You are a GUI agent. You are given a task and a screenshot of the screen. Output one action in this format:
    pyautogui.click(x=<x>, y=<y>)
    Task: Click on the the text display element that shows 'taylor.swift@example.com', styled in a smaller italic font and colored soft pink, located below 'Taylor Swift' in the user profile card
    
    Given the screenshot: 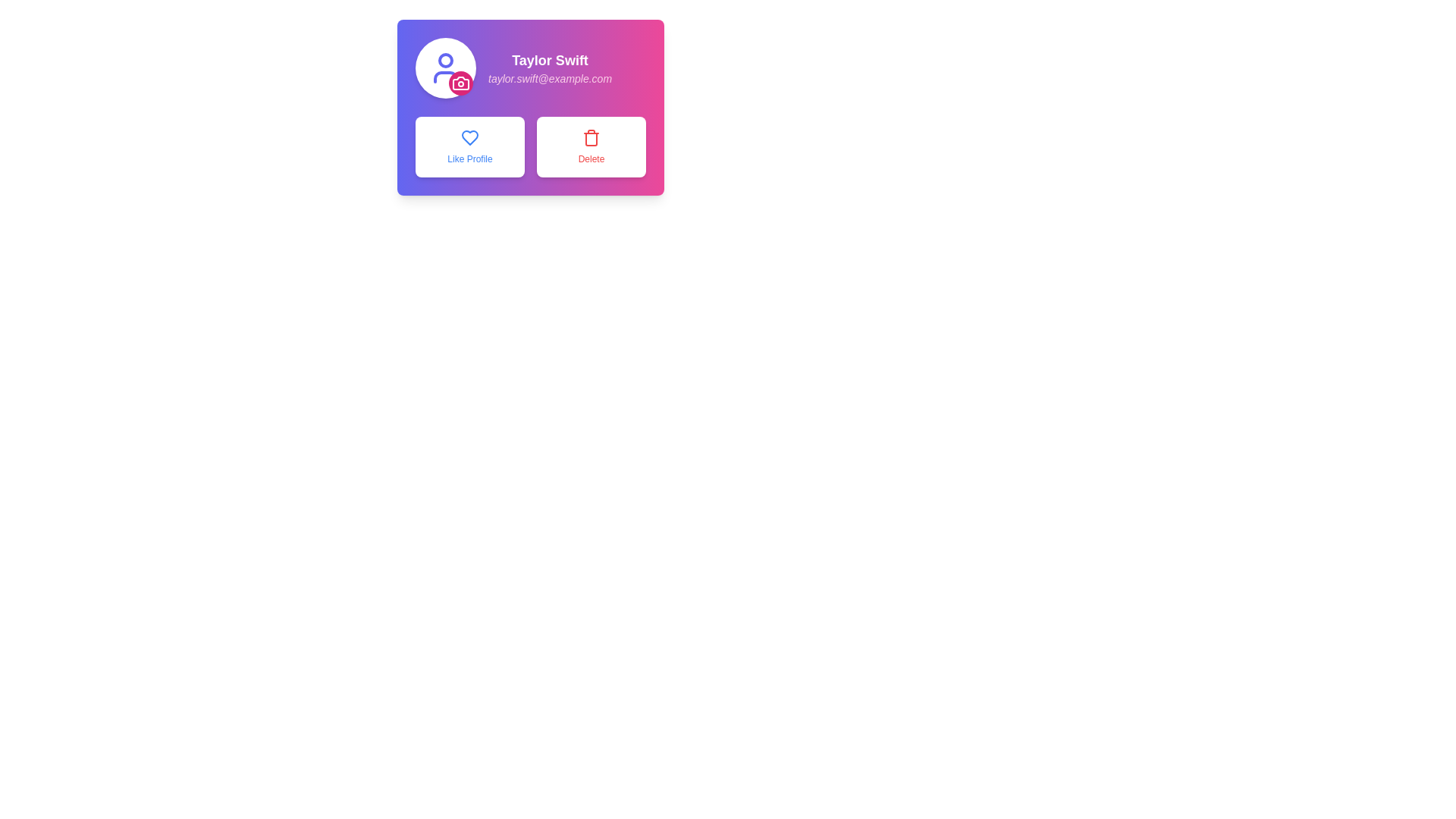 What is the action you would take?
    pyautogui.click(x=549, y=79)
    